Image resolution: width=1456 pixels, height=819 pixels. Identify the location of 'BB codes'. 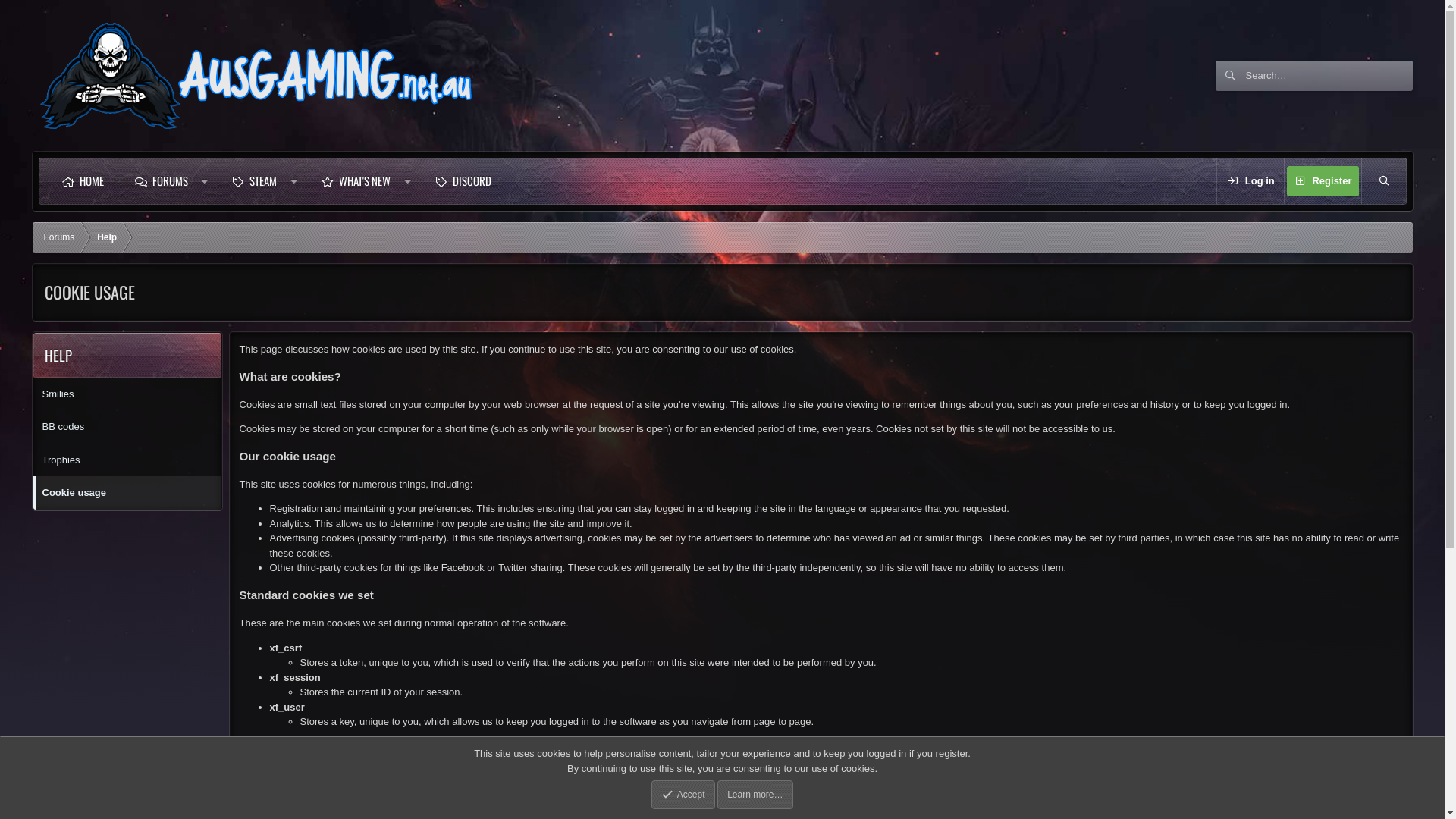
(127, 427).